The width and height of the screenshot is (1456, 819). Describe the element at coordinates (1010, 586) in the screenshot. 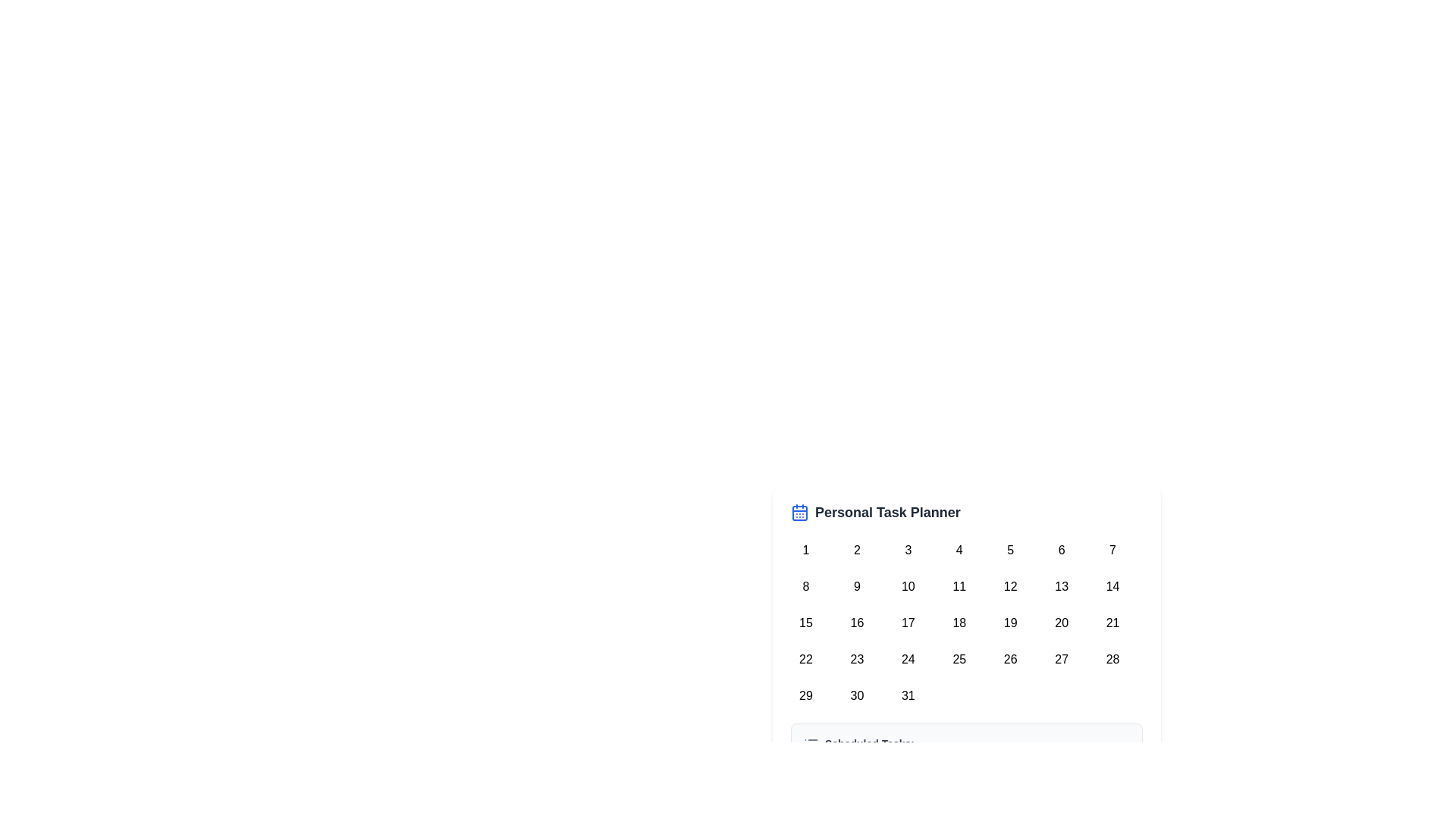

I see `the calendar button representing day '12'` at that location.